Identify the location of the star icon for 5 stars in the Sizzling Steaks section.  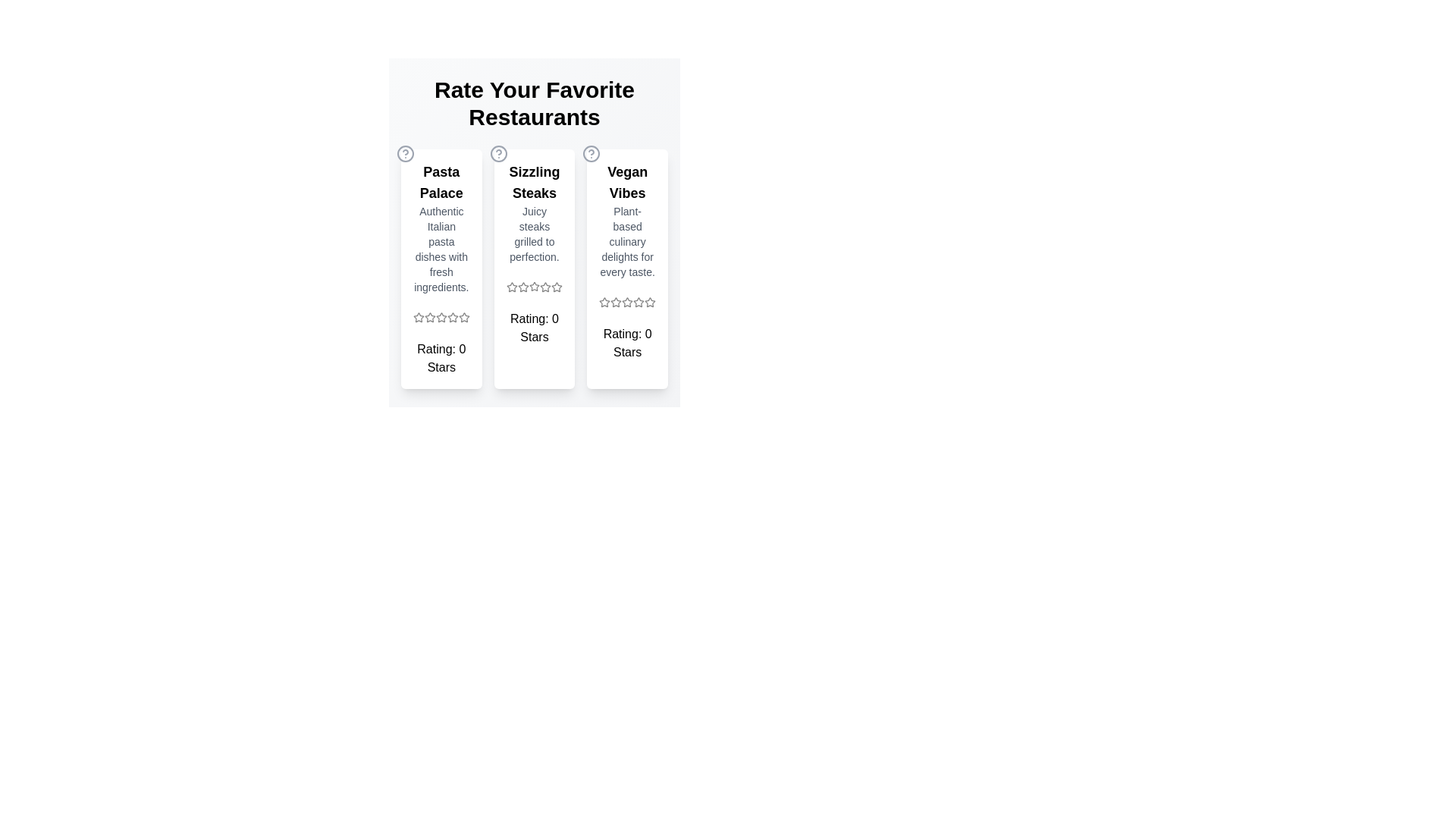
(556, 287).